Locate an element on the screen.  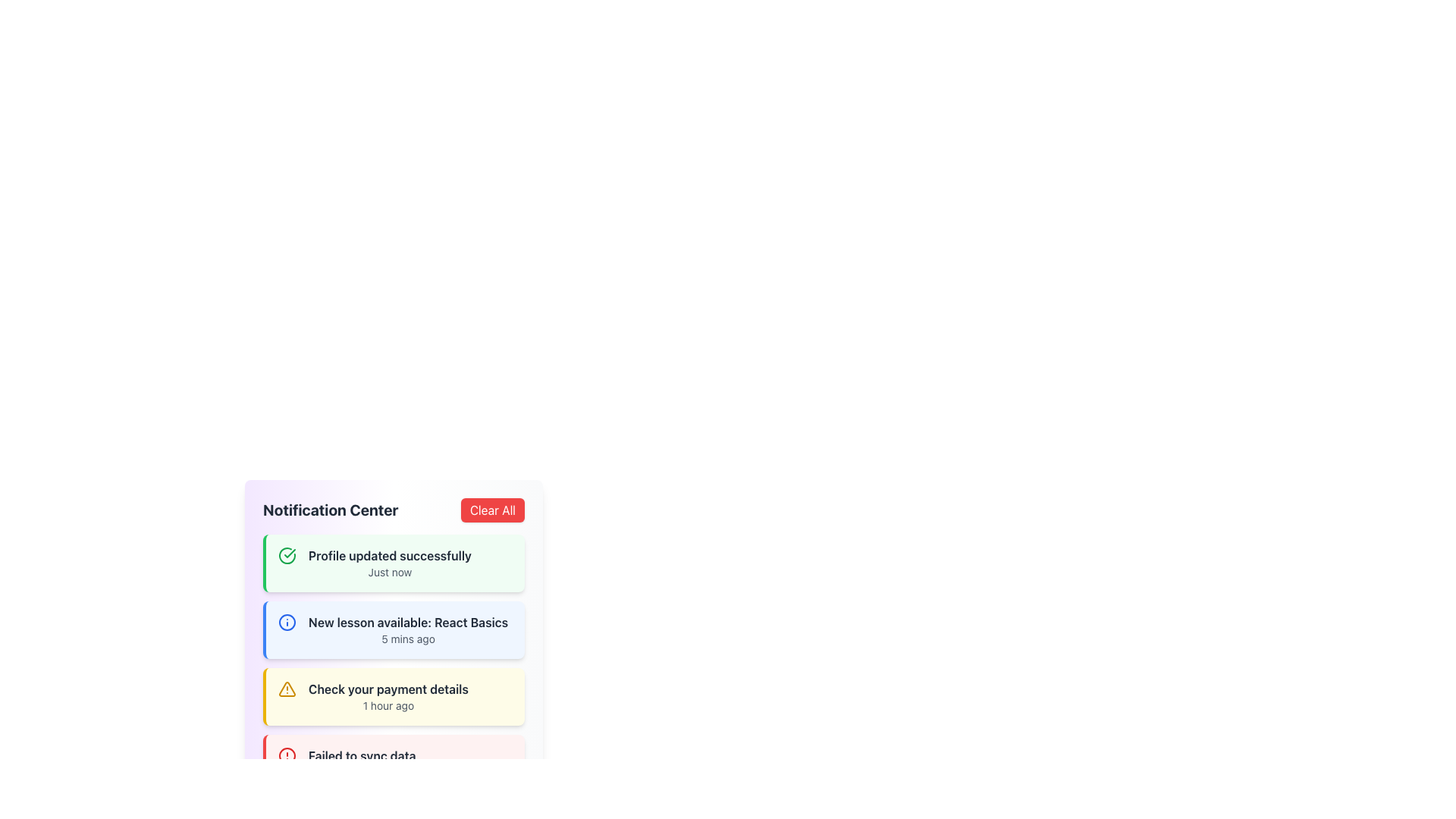
the 'Notification Center' label, which is a bold text element in a large dark gray font located at the top of the notification interface is located at coordinates (330, 510).